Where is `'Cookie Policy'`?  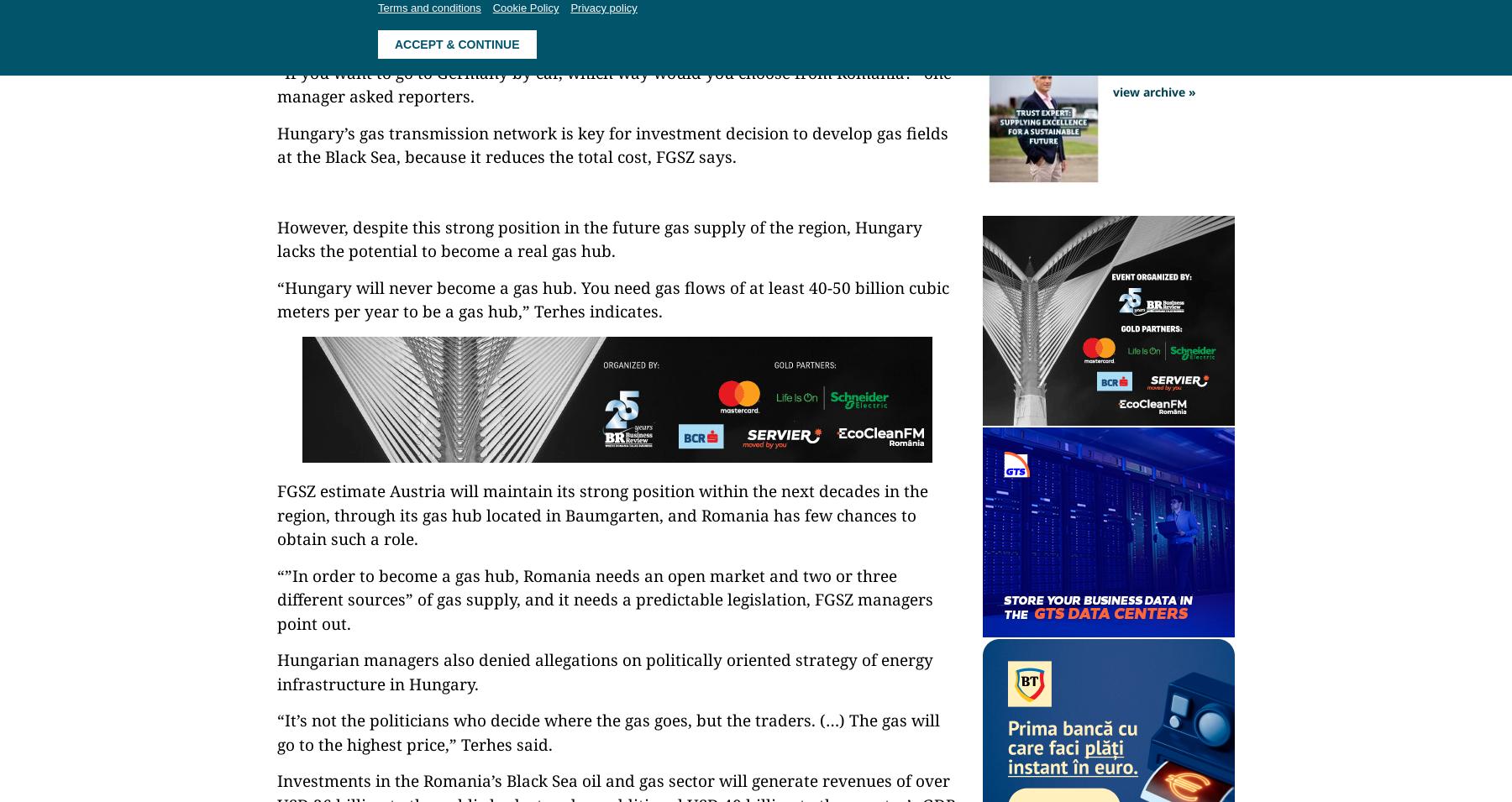
'Cookie Policy' is located at coordinates (525, 7).